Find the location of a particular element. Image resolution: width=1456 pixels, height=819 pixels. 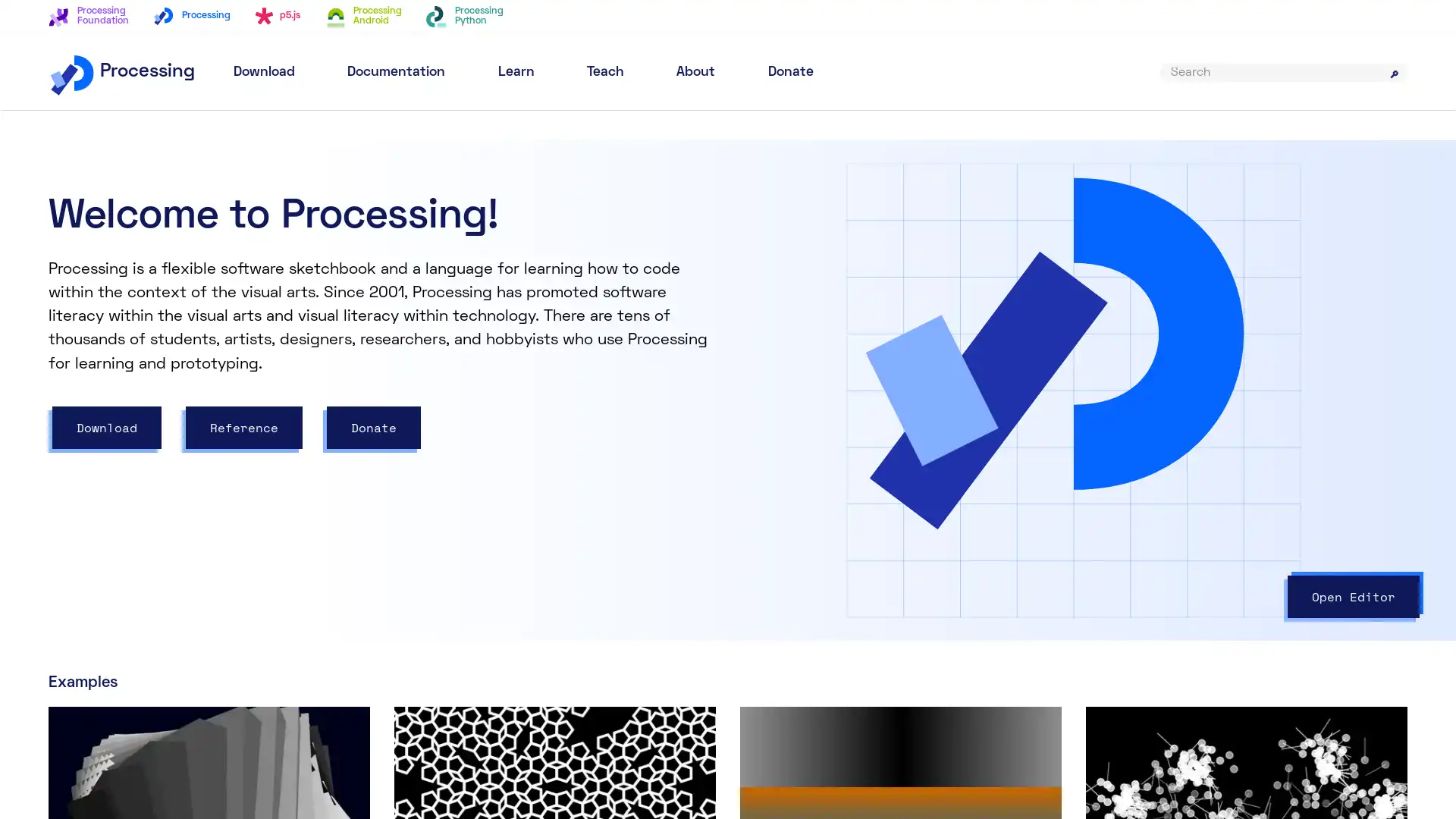

change position is located at coordinates (825, 450).